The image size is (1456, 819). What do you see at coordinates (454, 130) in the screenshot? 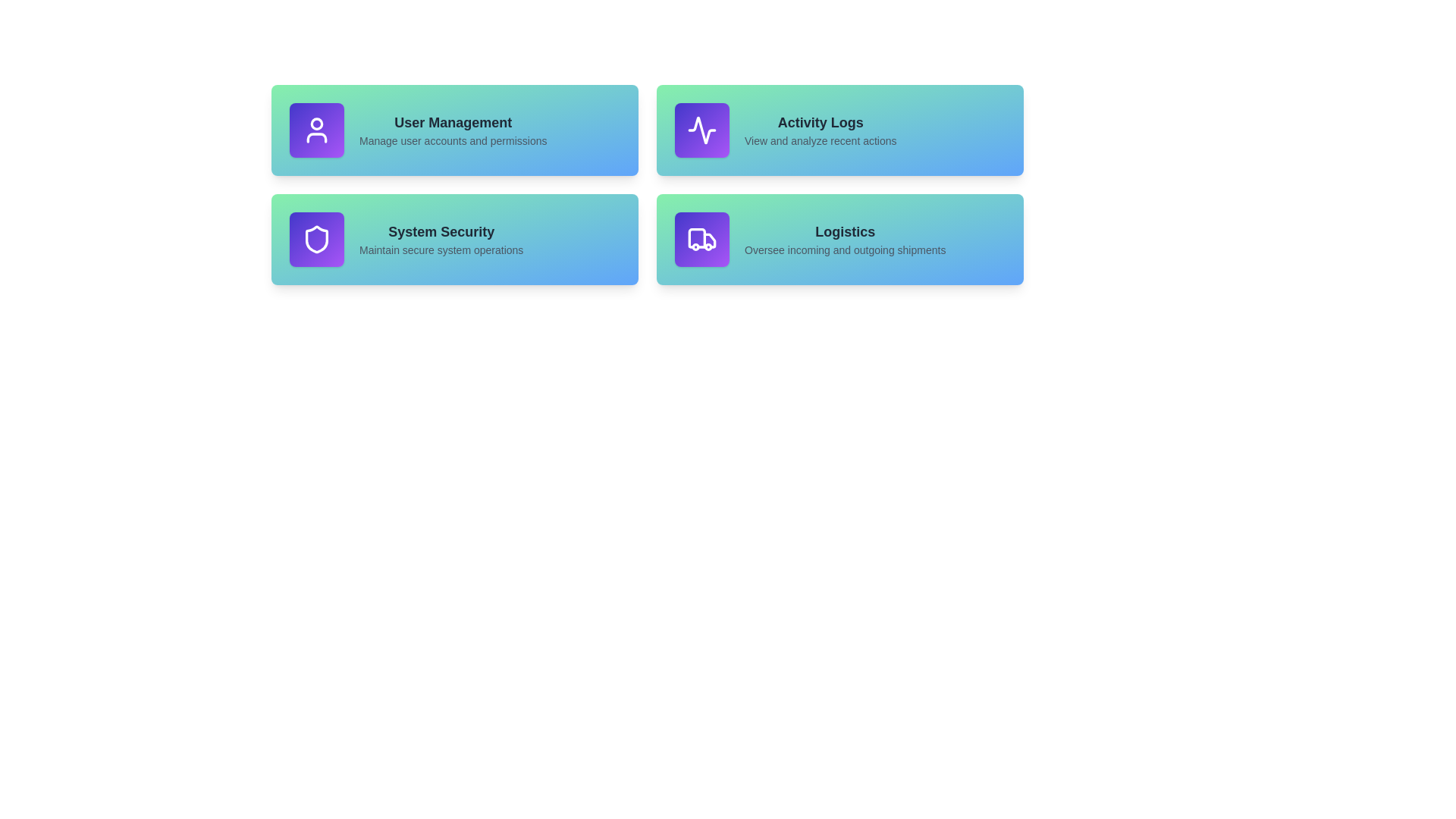
I see `the User Management section to explore its functionality` at bounding box center [454, 130].